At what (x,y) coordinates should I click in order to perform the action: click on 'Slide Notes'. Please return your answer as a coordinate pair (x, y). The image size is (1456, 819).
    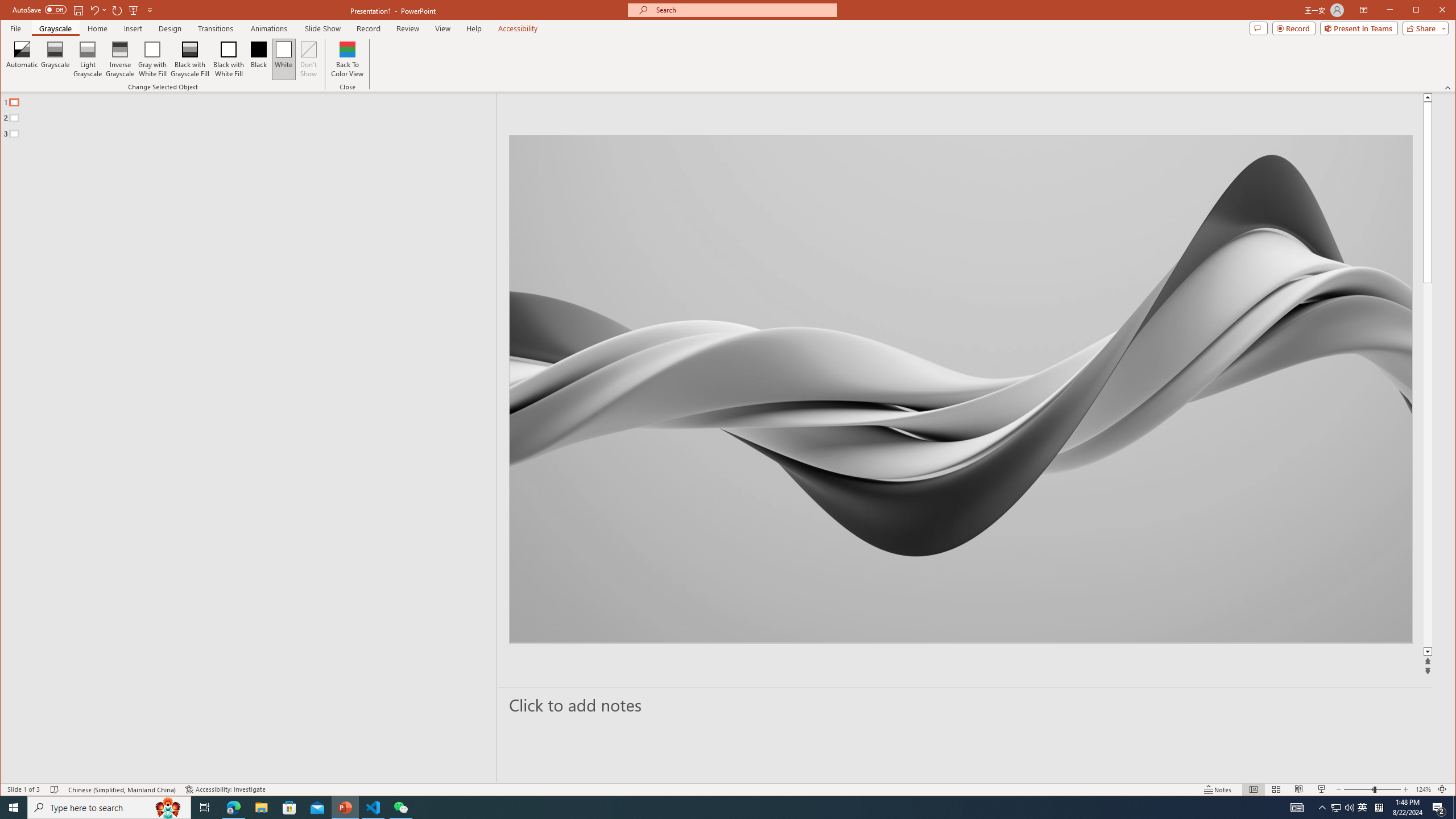
    Looking at the image, I should click on (965, 704).